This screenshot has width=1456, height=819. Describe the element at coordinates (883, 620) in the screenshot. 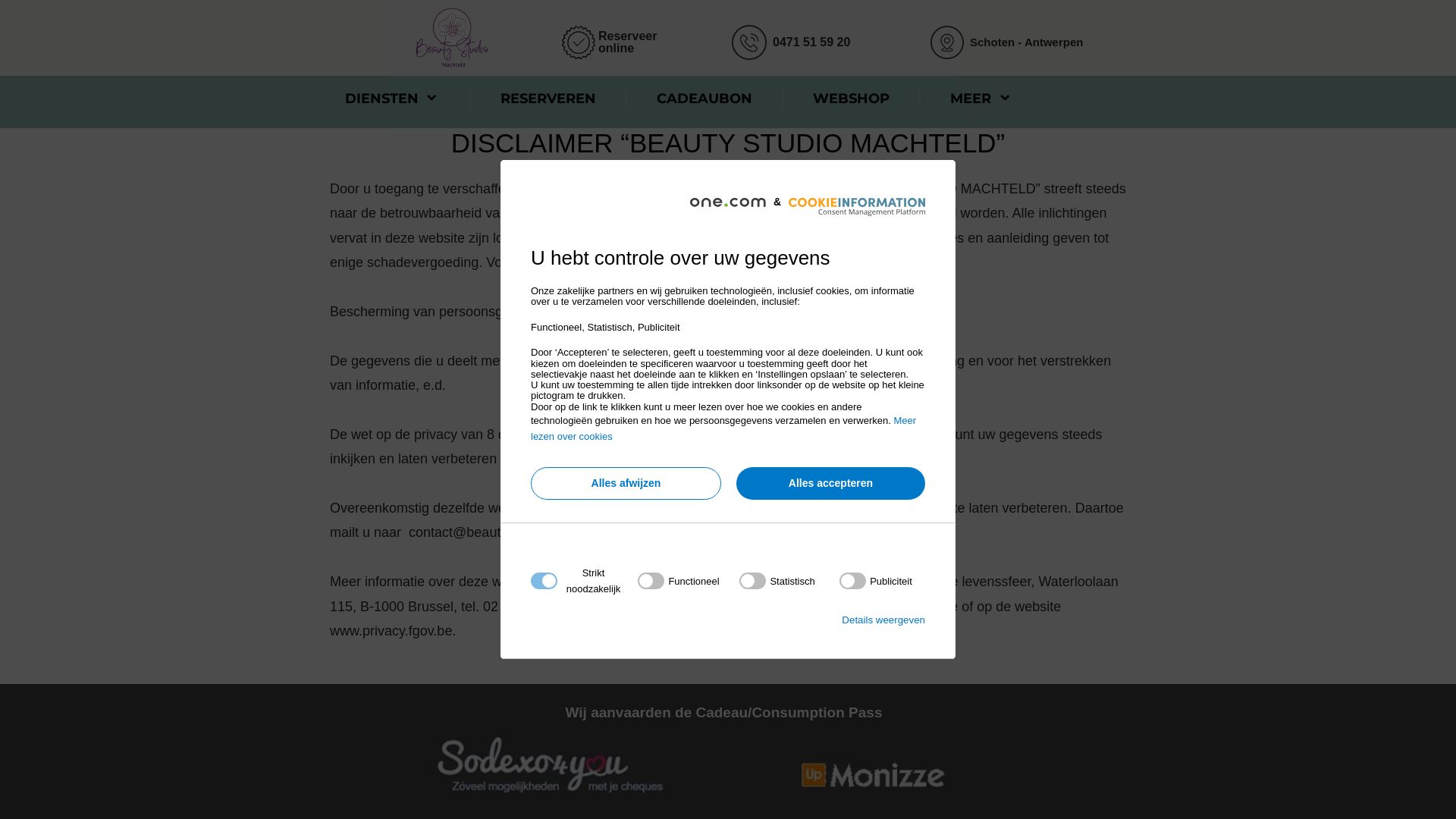

I see `'Details weergeven'` at that location.